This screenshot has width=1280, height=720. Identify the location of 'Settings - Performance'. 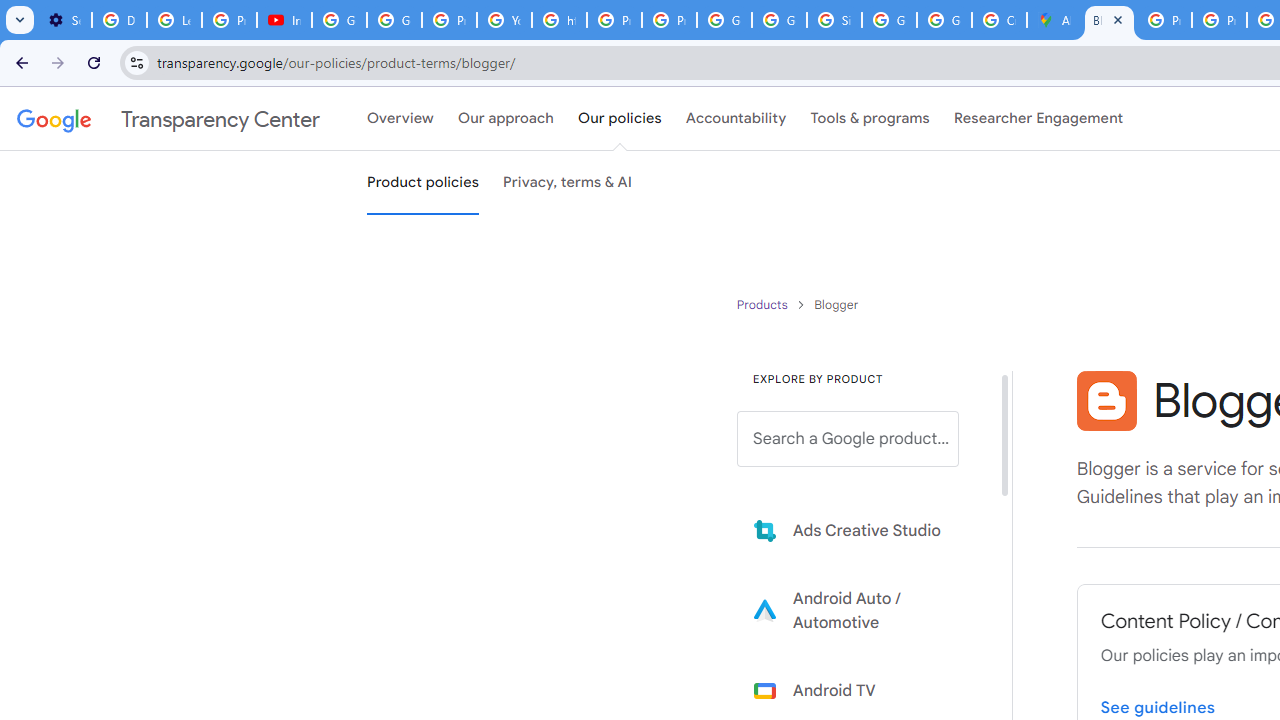
(64, 20).